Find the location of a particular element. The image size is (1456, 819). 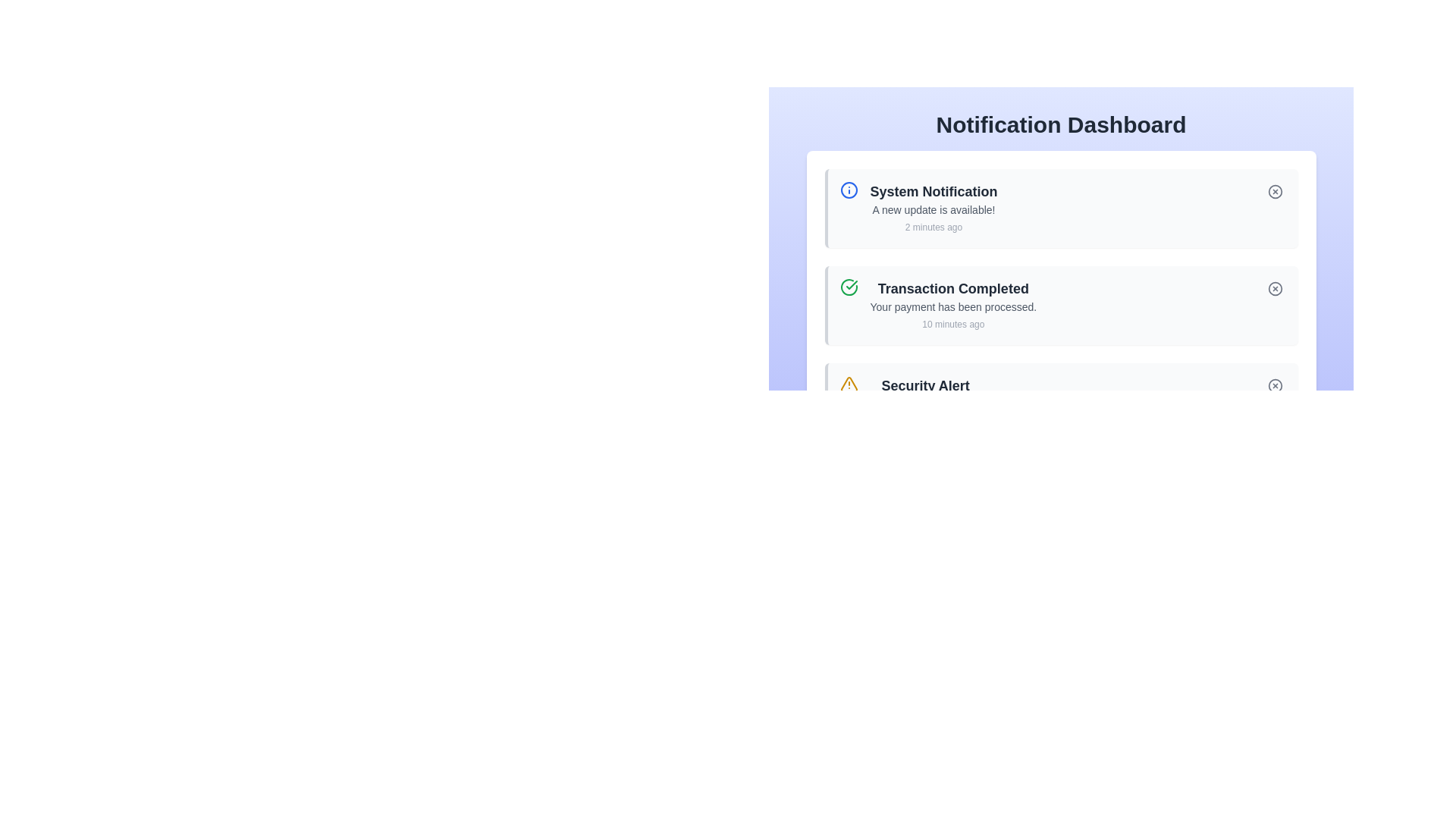

the dismiss or close button icon located at the far right of the 'Transaction Completed' notification card is located at coordinates (1274, 289).